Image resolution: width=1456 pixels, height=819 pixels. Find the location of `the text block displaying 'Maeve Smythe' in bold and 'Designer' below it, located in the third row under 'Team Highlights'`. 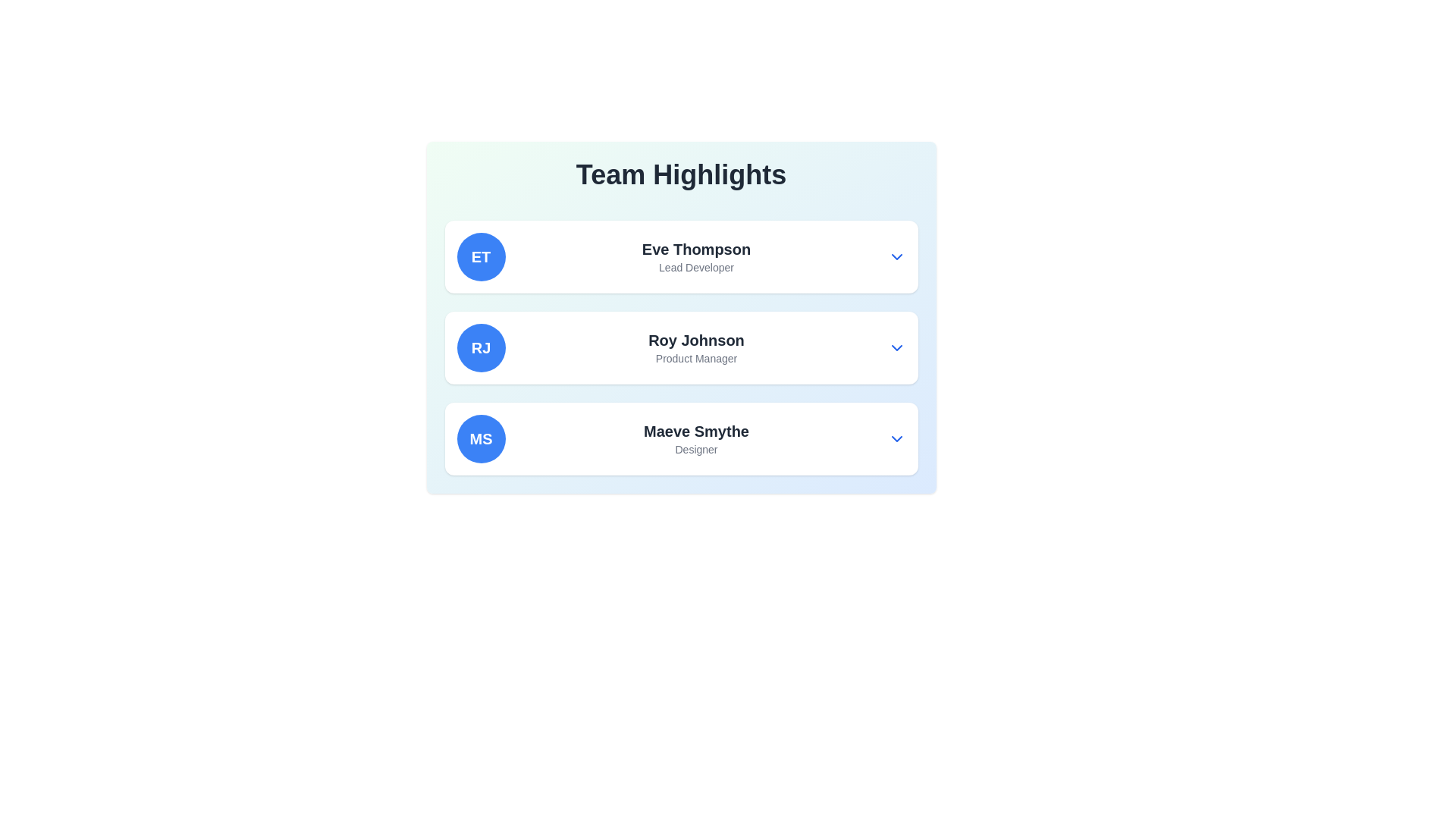

the text block displaying 'Maeve Smythe' in bold and 'Designer' below it, located in the third row under 'Team Highlights' is located at coordinates (695, 438).